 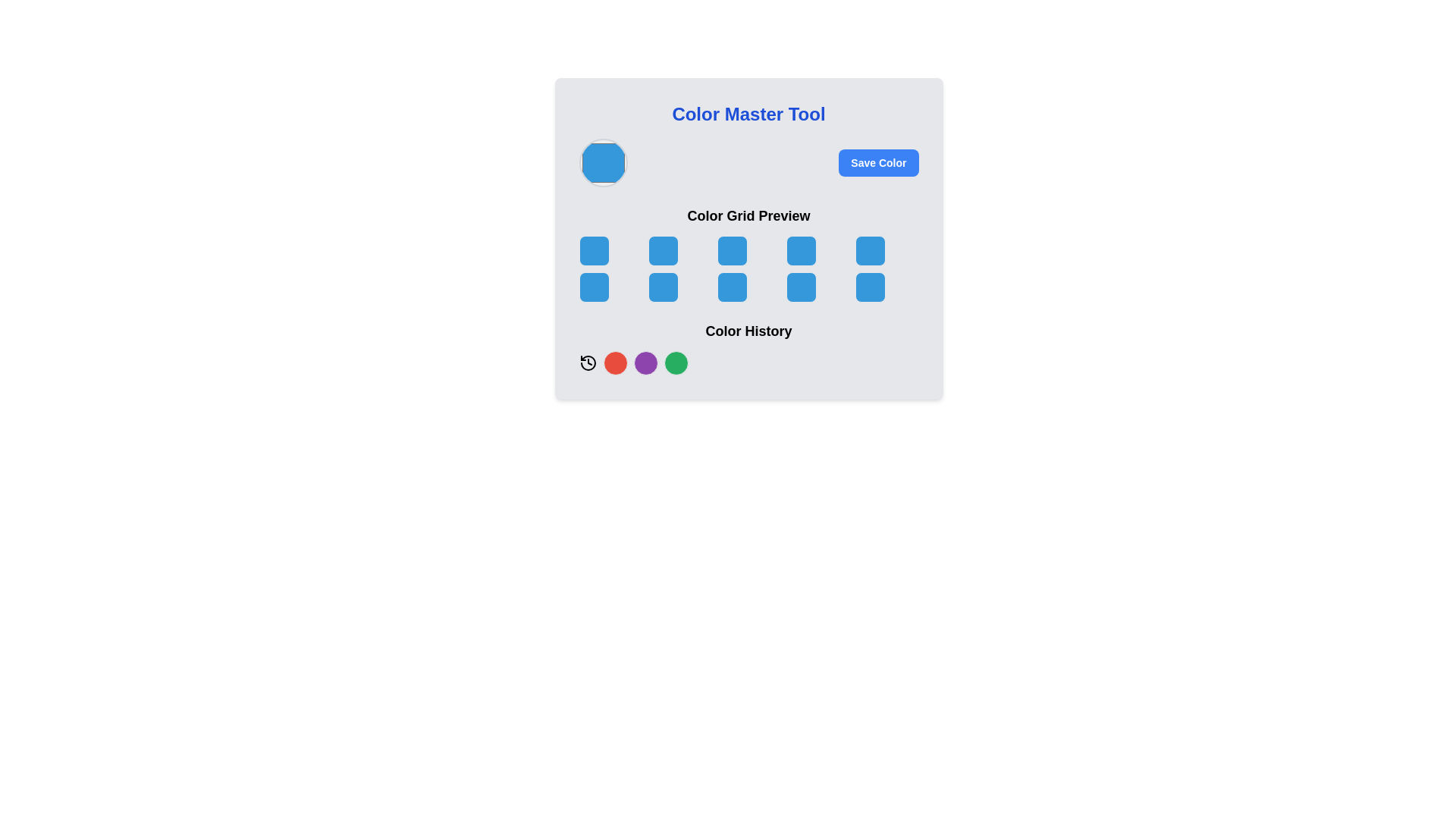 What do you see at coordinates (593, 250) in the screenshot?
I see `the inactive button styled as a grid item located in the top-left corner of the 'Color Grid Preview' section, which has a solid blue background and rounded corners` at bounding box center [593, 250].